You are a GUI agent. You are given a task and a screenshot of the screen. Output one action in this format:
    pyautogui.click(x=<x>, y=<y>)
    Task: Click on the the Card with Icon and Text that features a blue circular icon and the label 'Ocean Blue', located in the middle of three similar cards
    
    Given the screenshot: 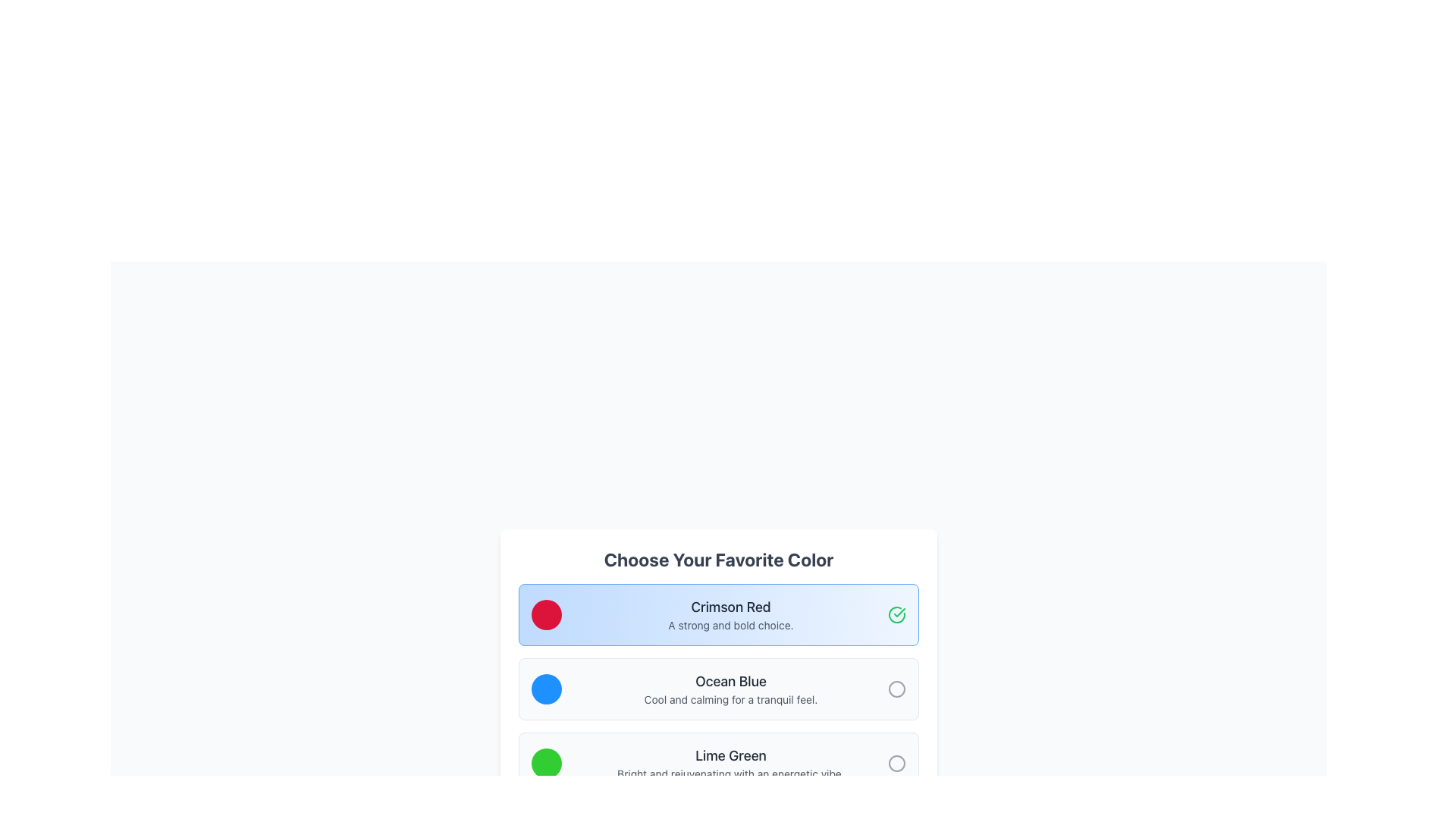 What is the action you would take?
    pyautogui.click(x=718, y=689)
    